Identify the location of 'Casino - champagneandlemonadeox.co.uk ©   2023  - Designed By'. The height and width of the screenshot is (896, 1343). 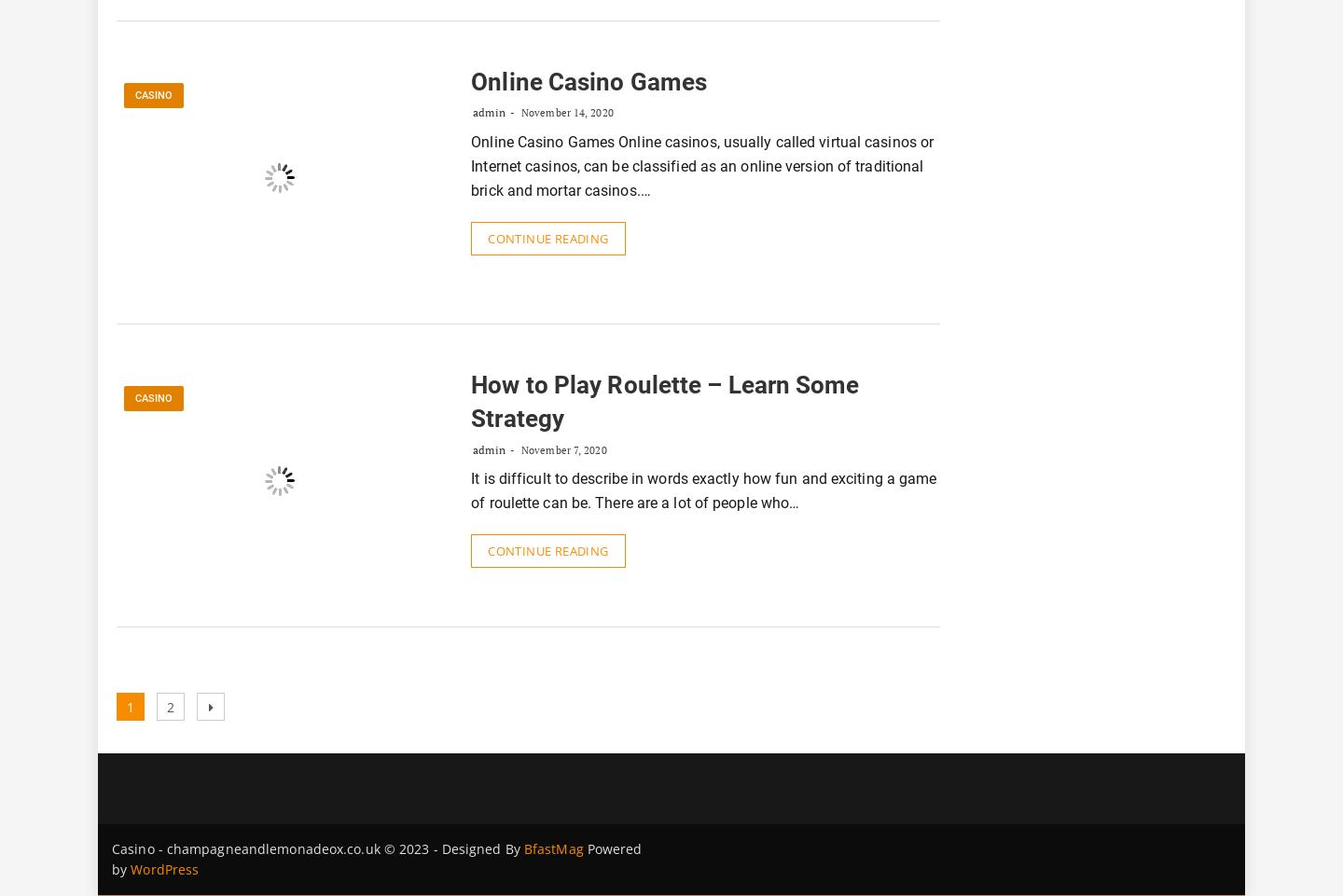
(317, 848).